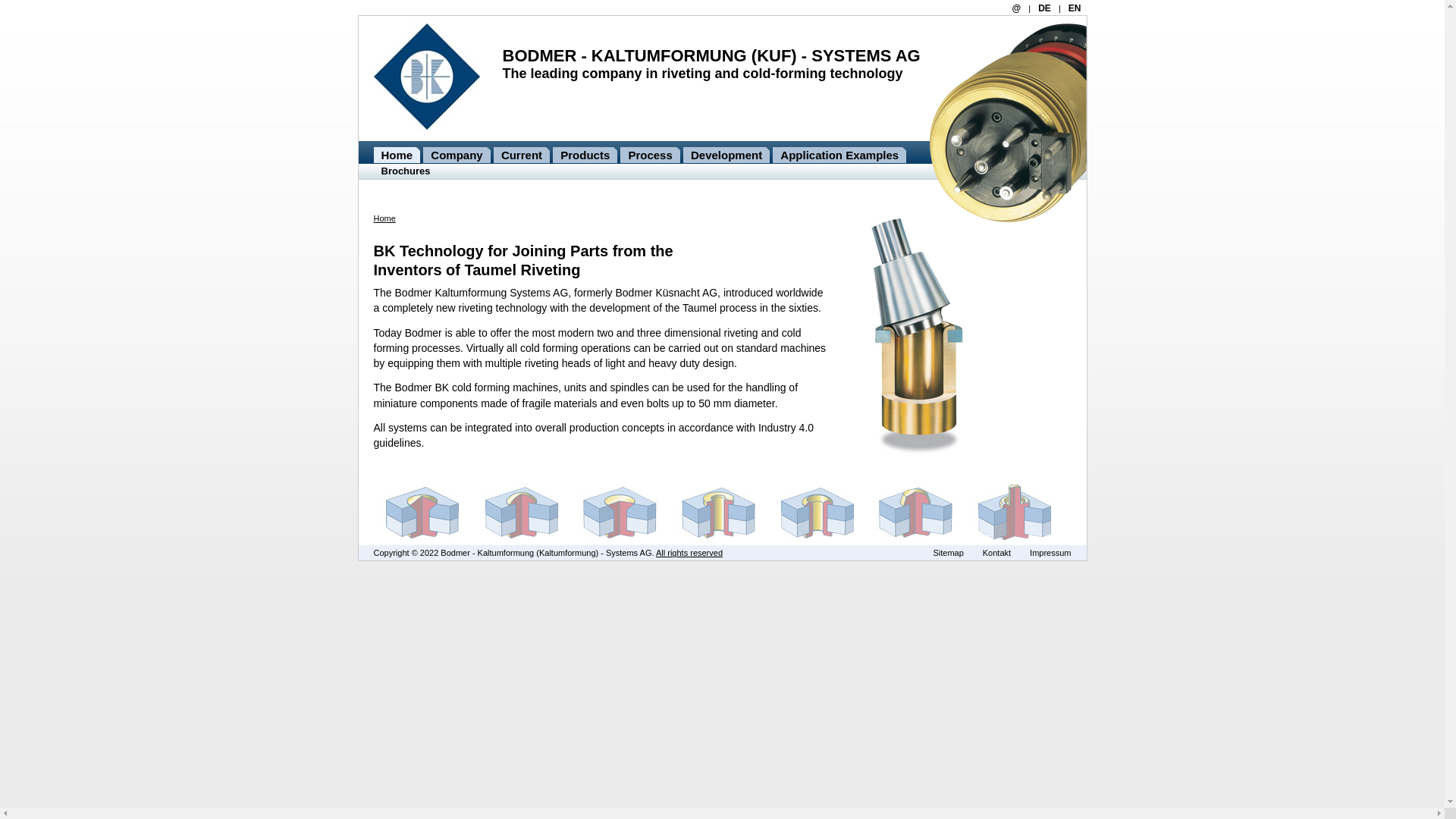 The width and height of the screenshot is (1456, 819). I want to click on 'Products', so click(584, 155).